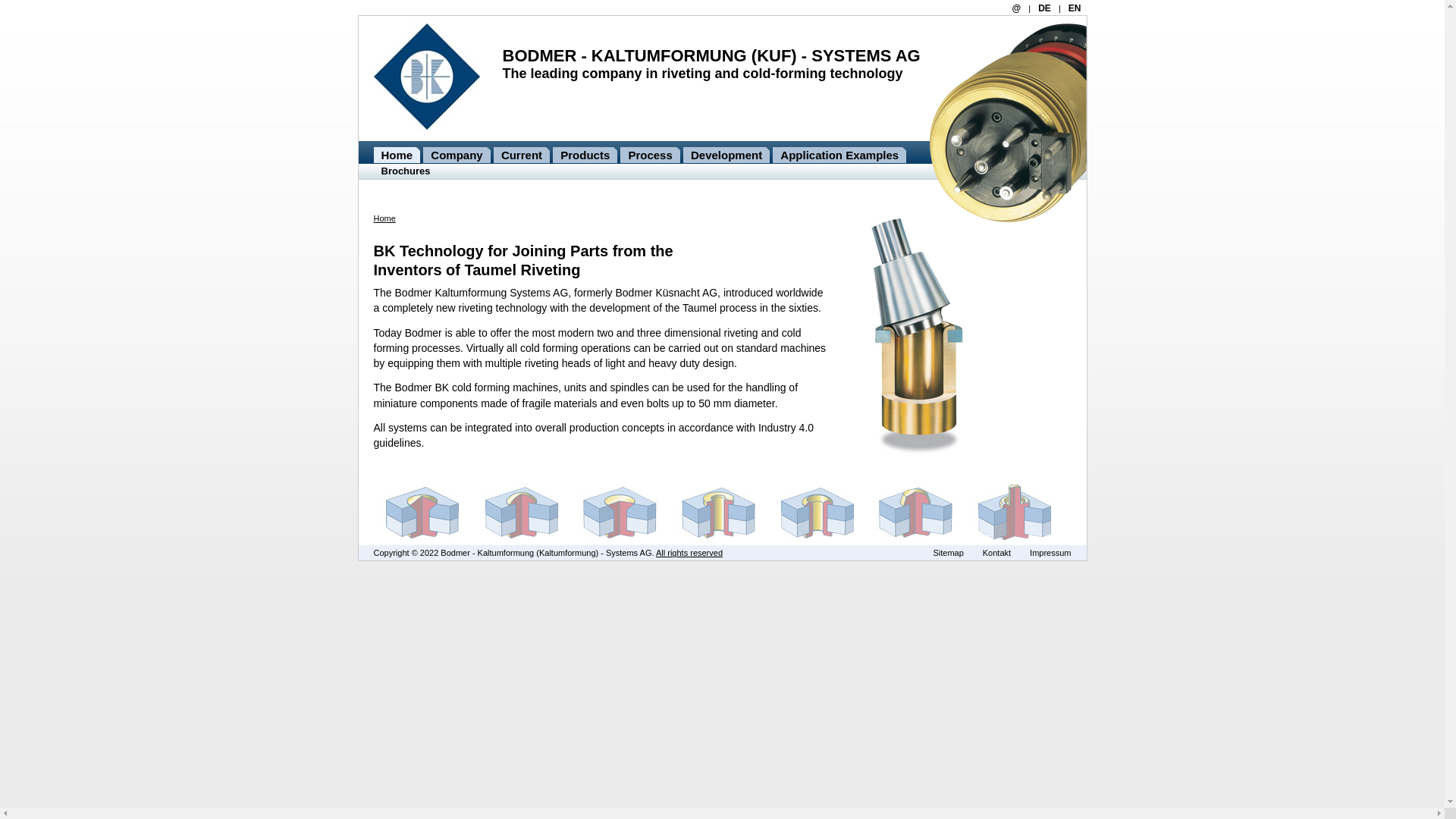 The width and height of the screenshot is (1456, 819). I want to click on 'Products', so click(584, 155).